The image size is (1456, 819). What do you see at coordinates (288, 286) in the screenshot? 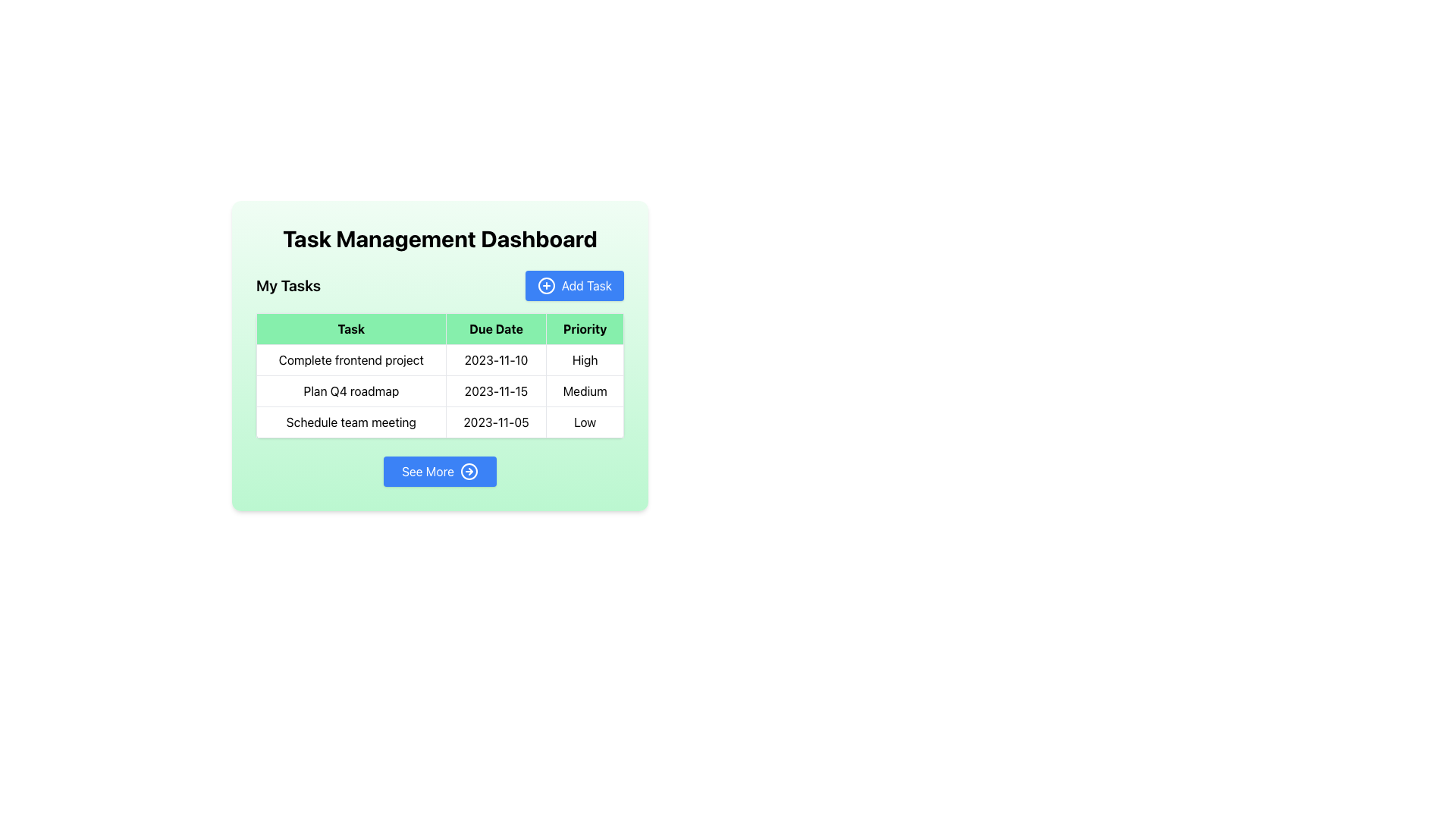
I see `the heading text labeled 'My Tasks' styled in large and bold font on a mint green background, located in the upper left of the dashboard interface` at bounding box center [288, 286].